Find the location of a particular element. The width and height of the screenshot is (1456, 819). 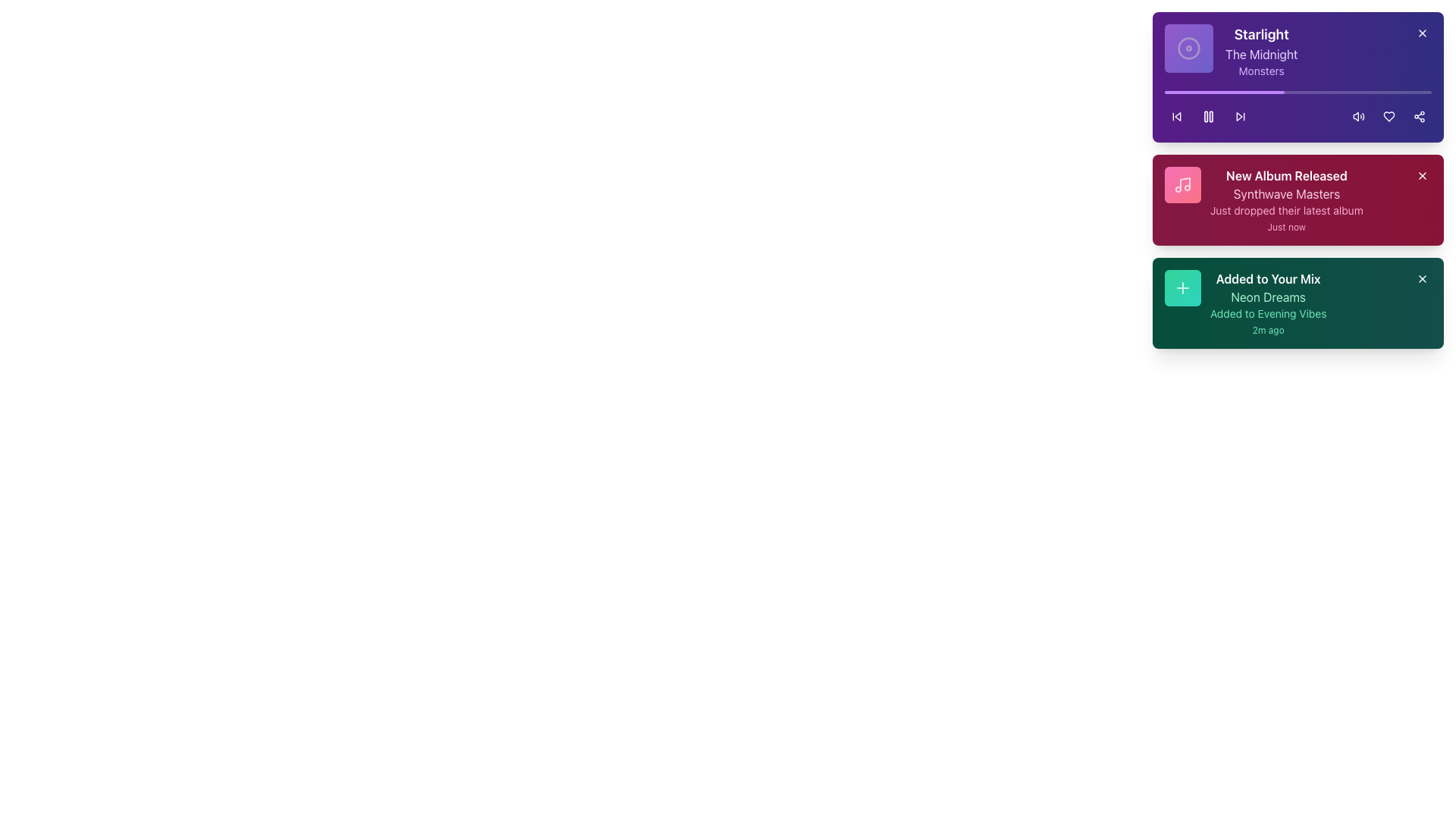

the progress bar that visually represents the playback progress of the current track, located at the top of the purple card displaying 'Starlight', 'The Midnight', and 'Monsters' is located at coordinates (1298, 93).